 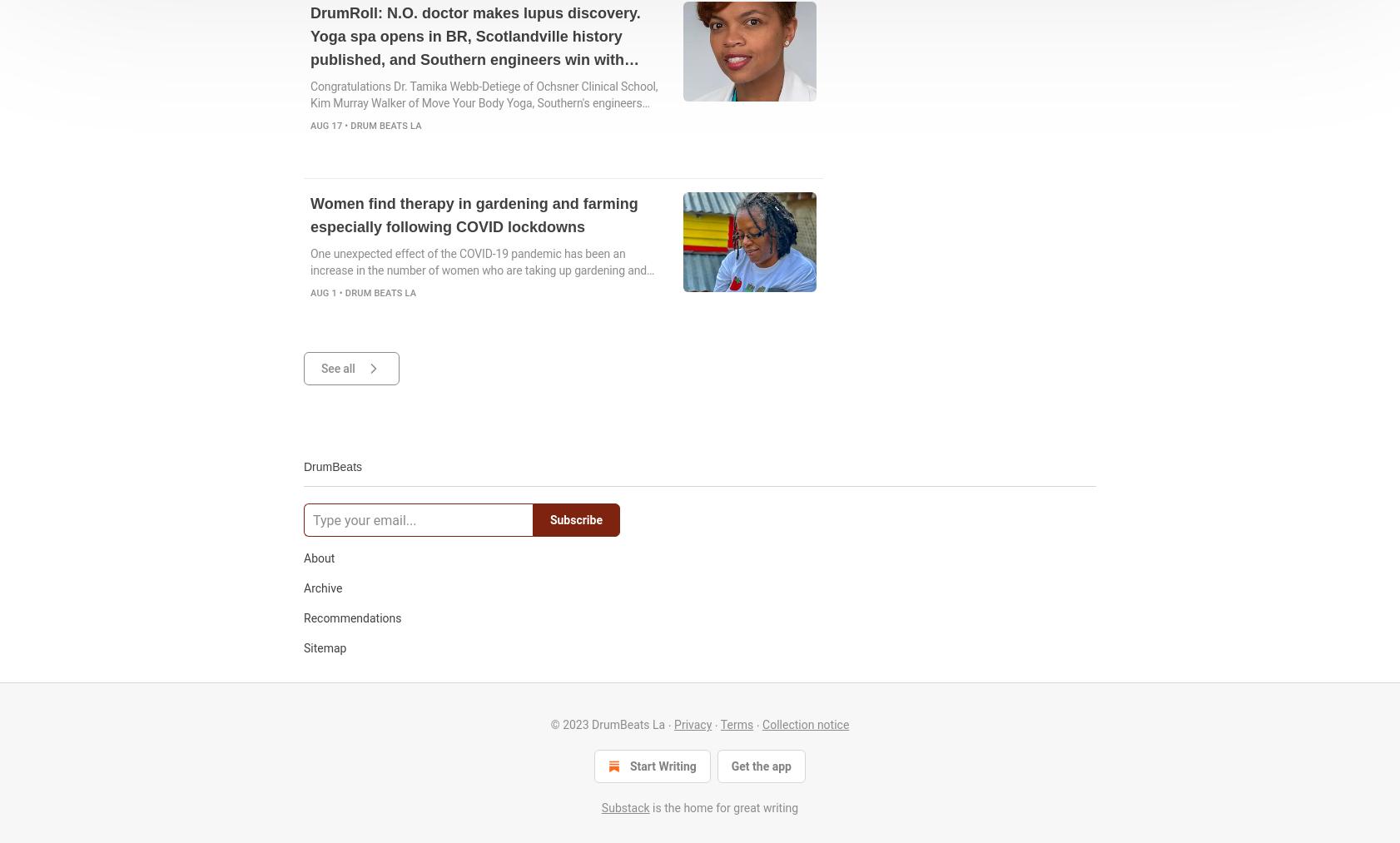 I want to click on 'Aug 1', so click(x=322, y=293).